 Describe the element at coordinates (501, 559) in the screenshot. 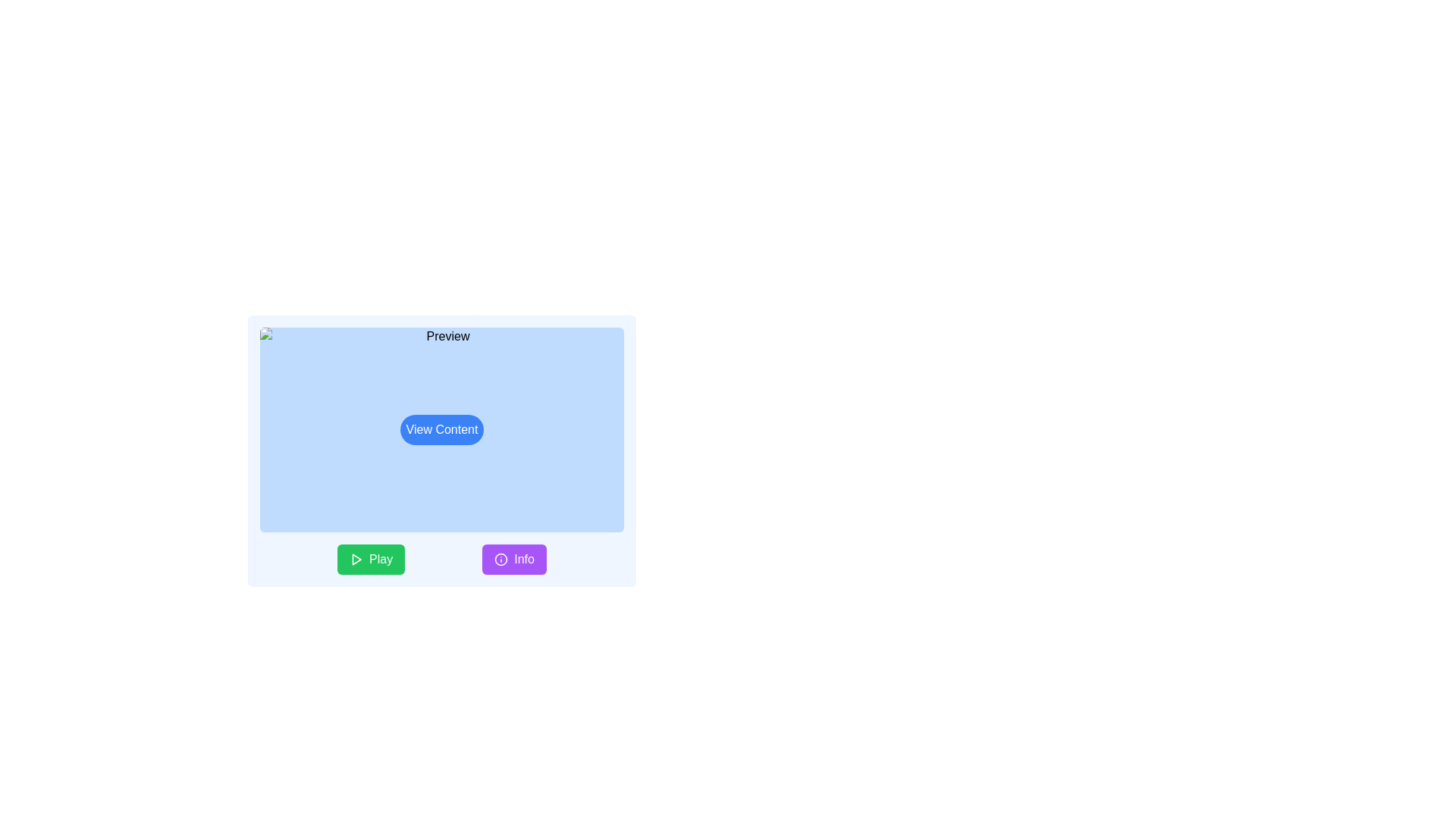

I see `the circular graphic element that represents an 'Info' symbol, located on the right side of the purple button labeled 'Info'` at that location.